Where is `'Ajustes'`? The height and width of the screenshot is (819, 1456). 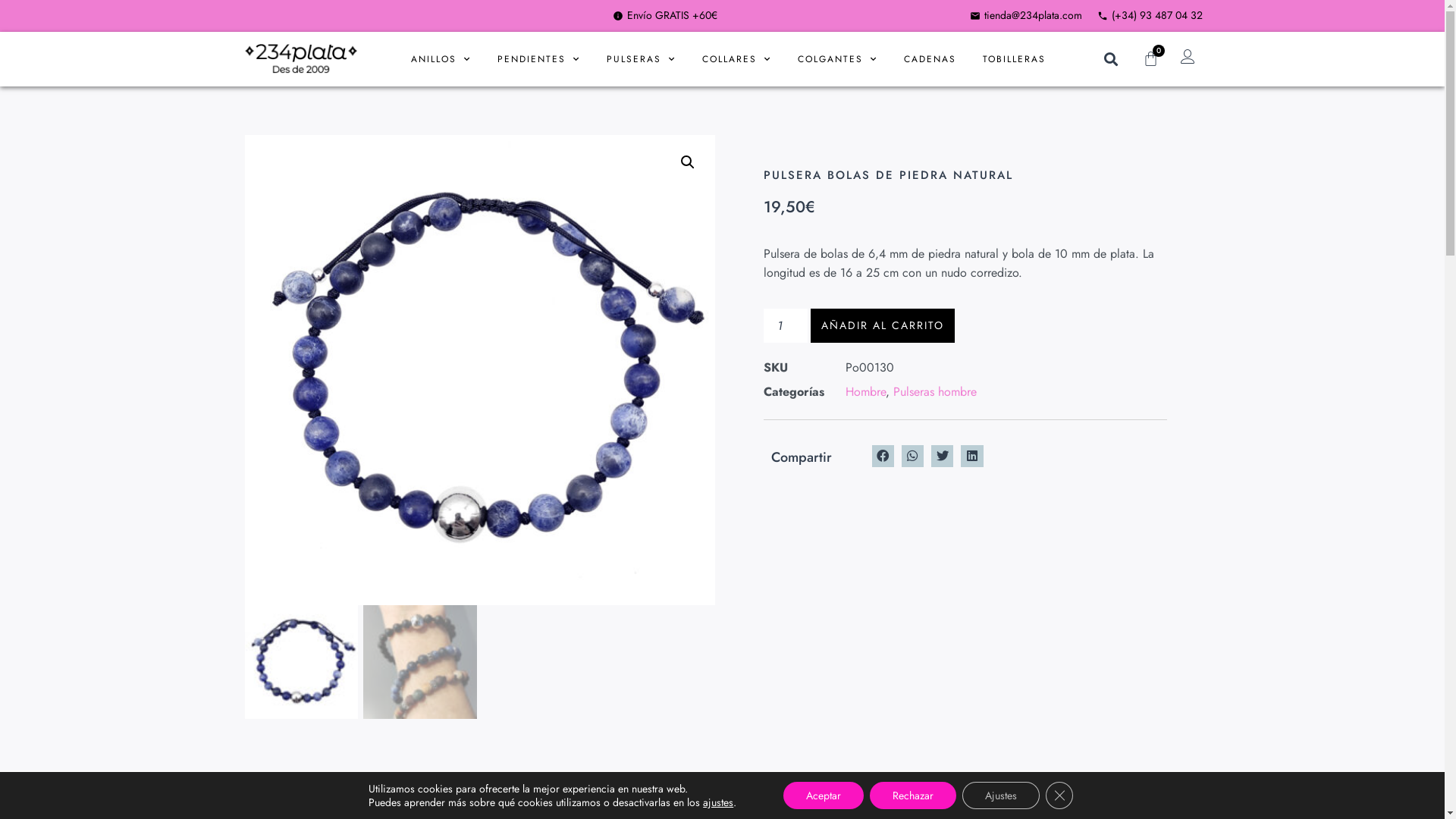 'Ajustes' is located at coordinates (1001, 795).